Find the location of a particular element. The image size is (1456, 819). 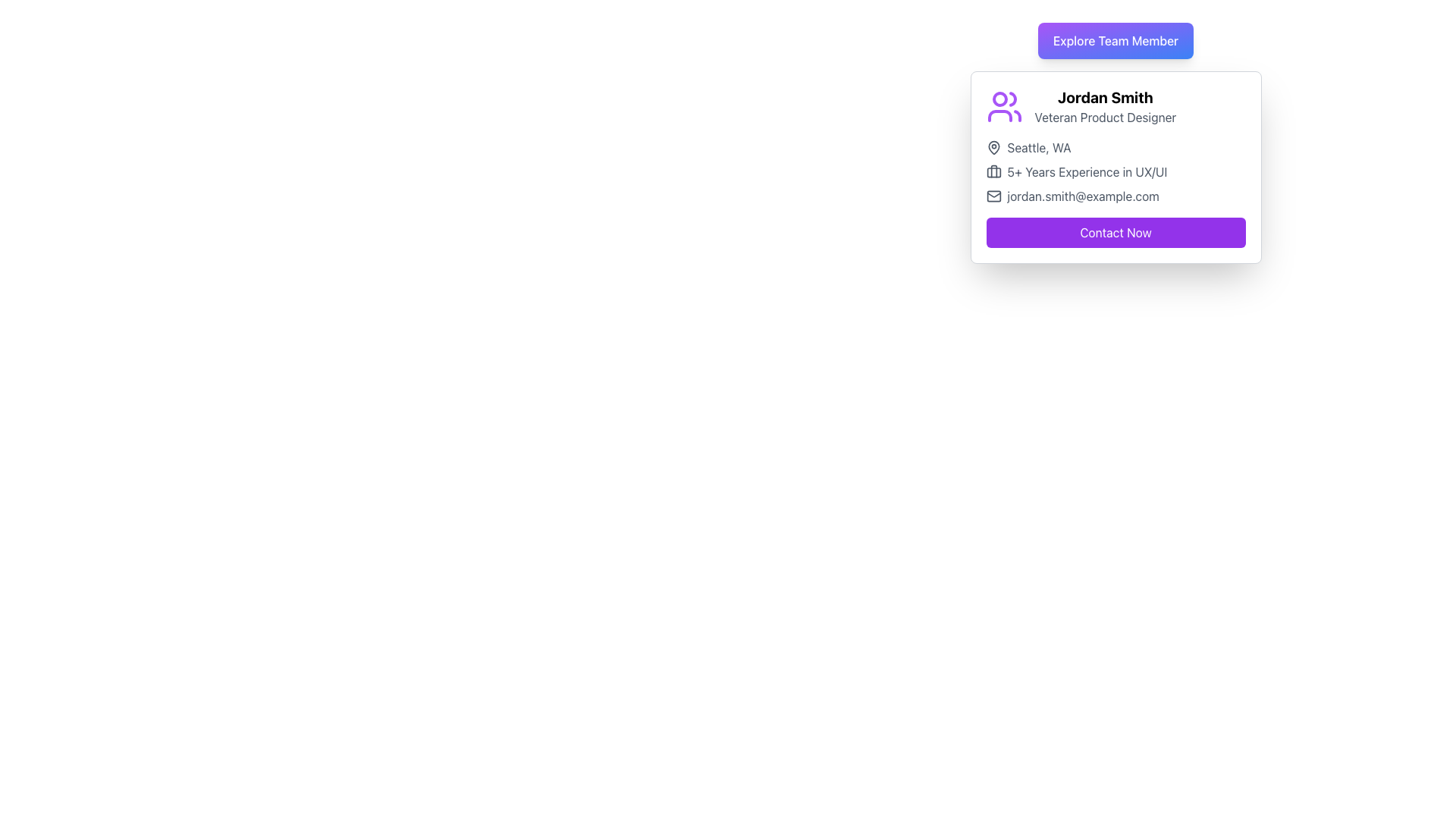

the text element that provides the professional title or job designation of the person described in the card, located beneath the text 'Jordan Smith' is located at coordinates (1105, 116).